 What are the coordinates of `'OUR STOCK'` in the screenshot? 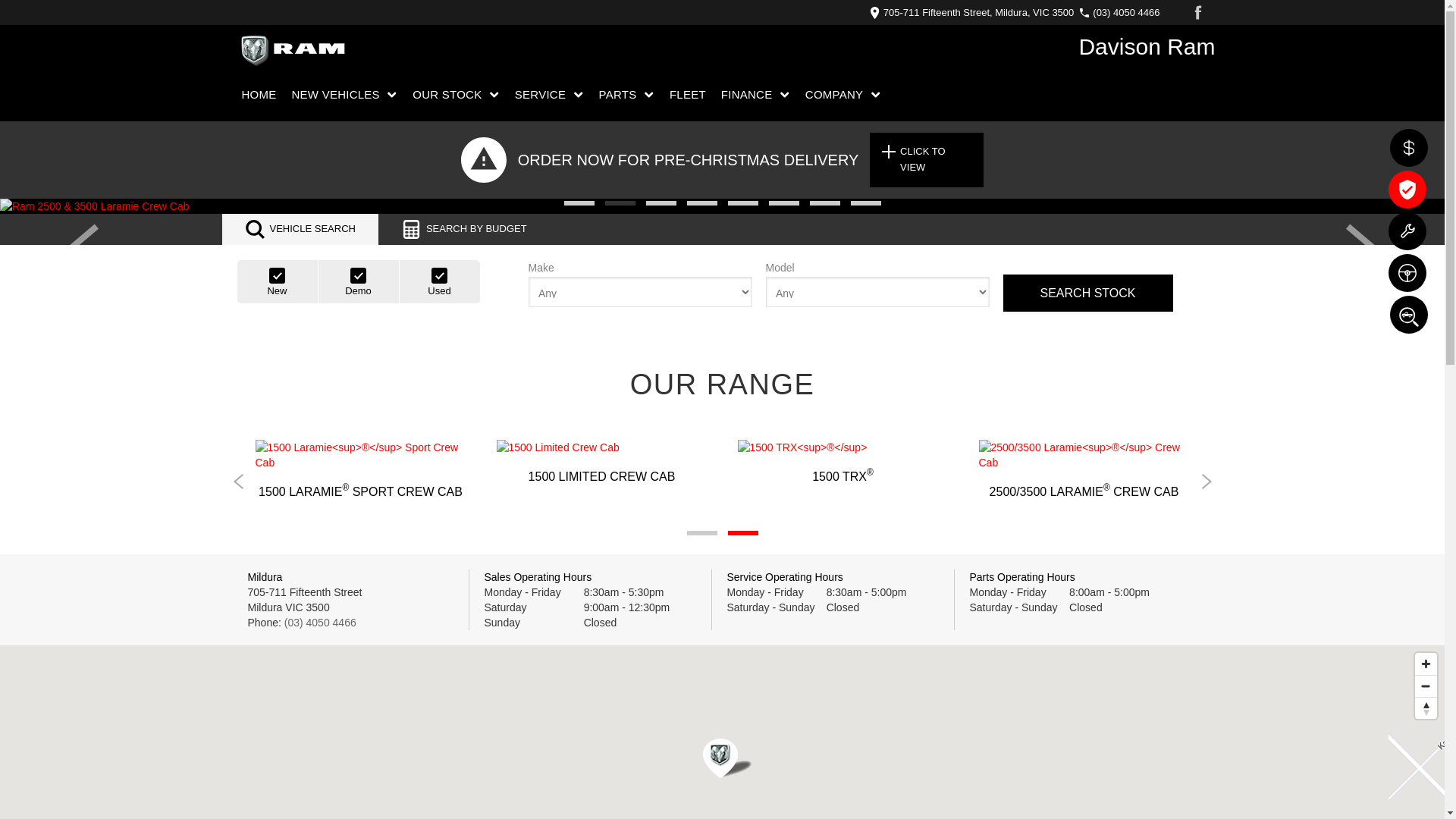 It's located at (455, 94).